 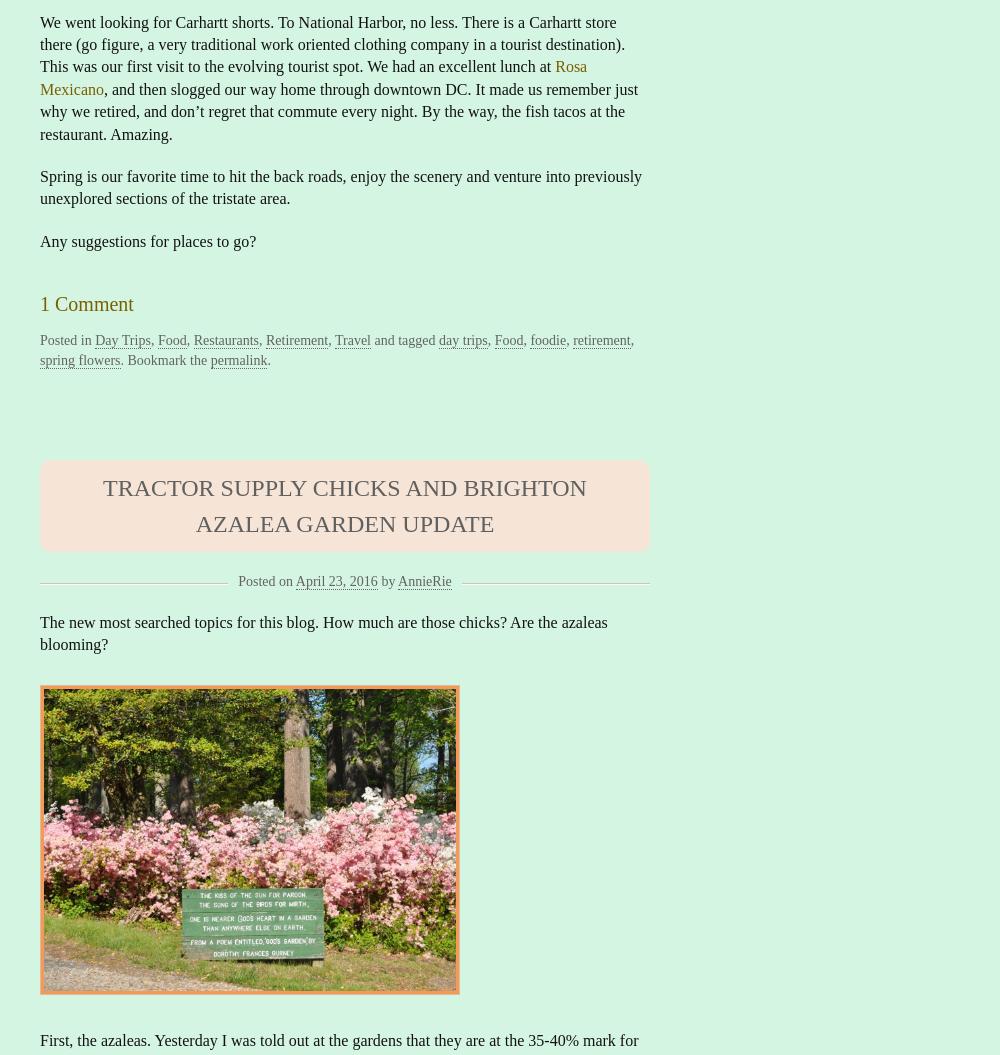 I want to click on 'Posted in', so click(x=66, y=339).